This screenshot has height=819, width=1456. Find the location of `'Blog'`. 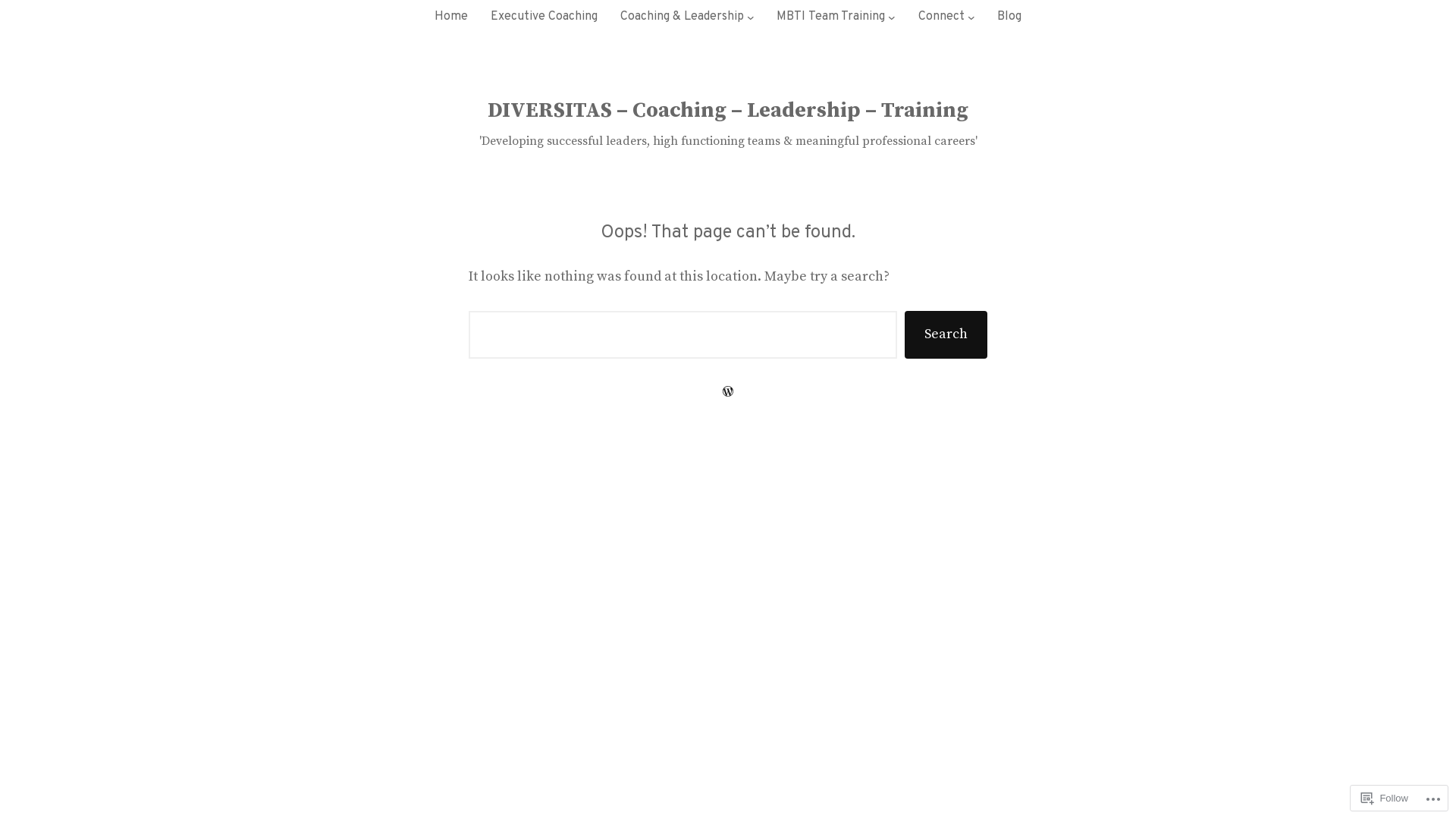

'Blog' is located at coordinates (997, 17).